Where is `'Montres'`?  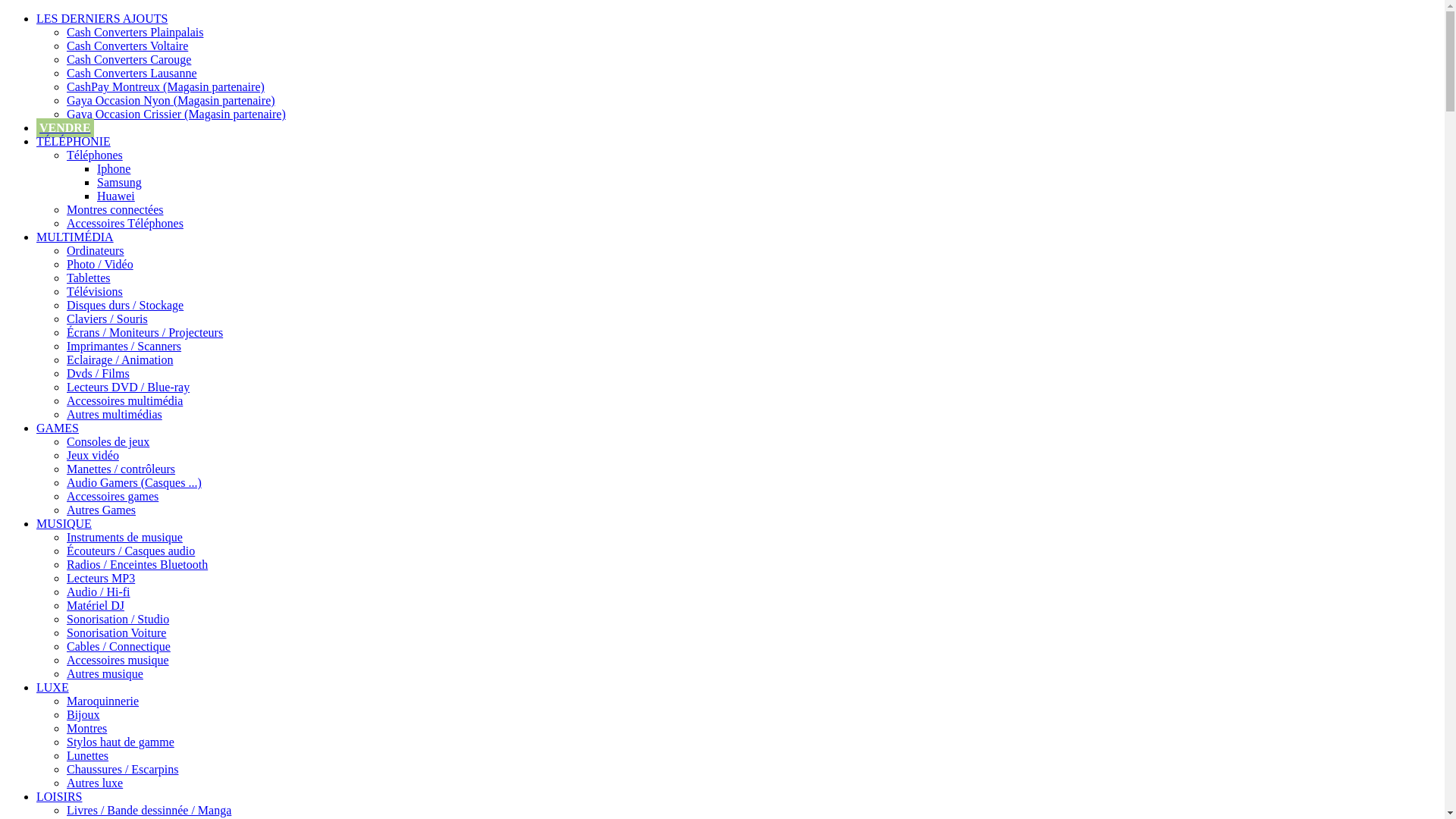
'Montres' is located at coordinates (86, 727).